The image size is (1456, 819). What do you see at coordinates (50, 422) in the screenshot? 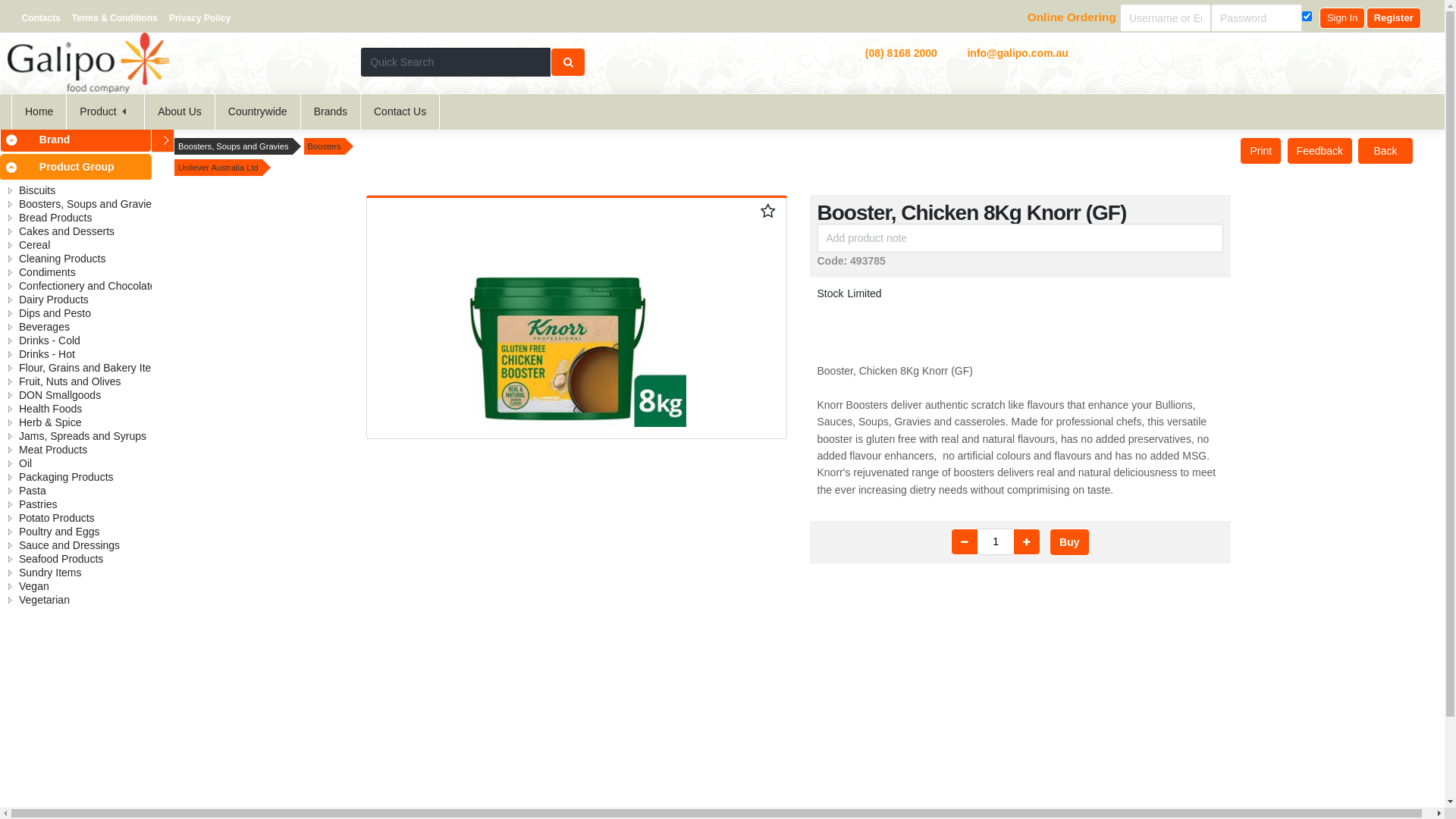
I see `'Herb & Spice'` at bounding box center [50, 422].